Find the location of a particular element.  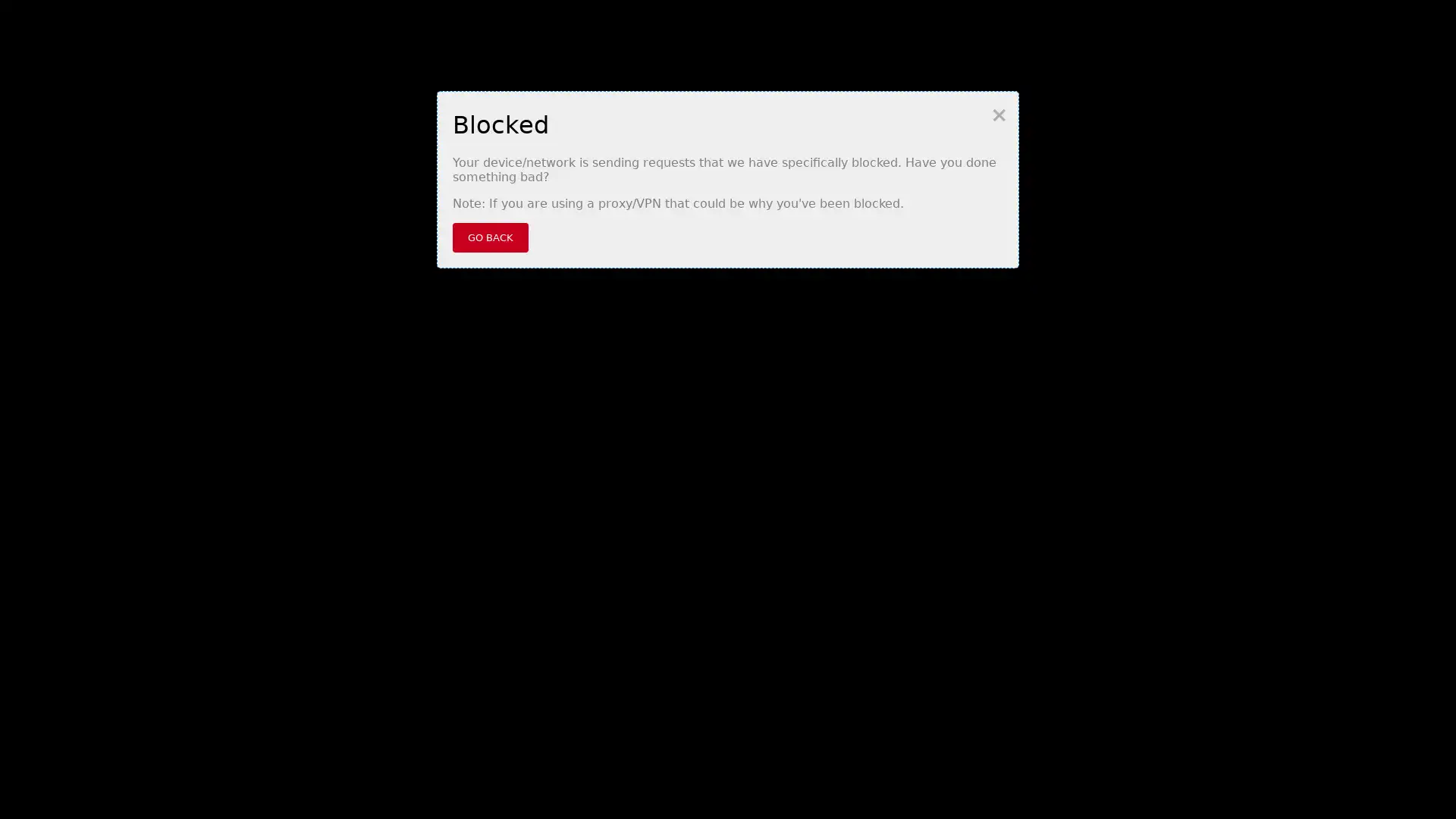

GO BACK is located at coordinates (491, 237).